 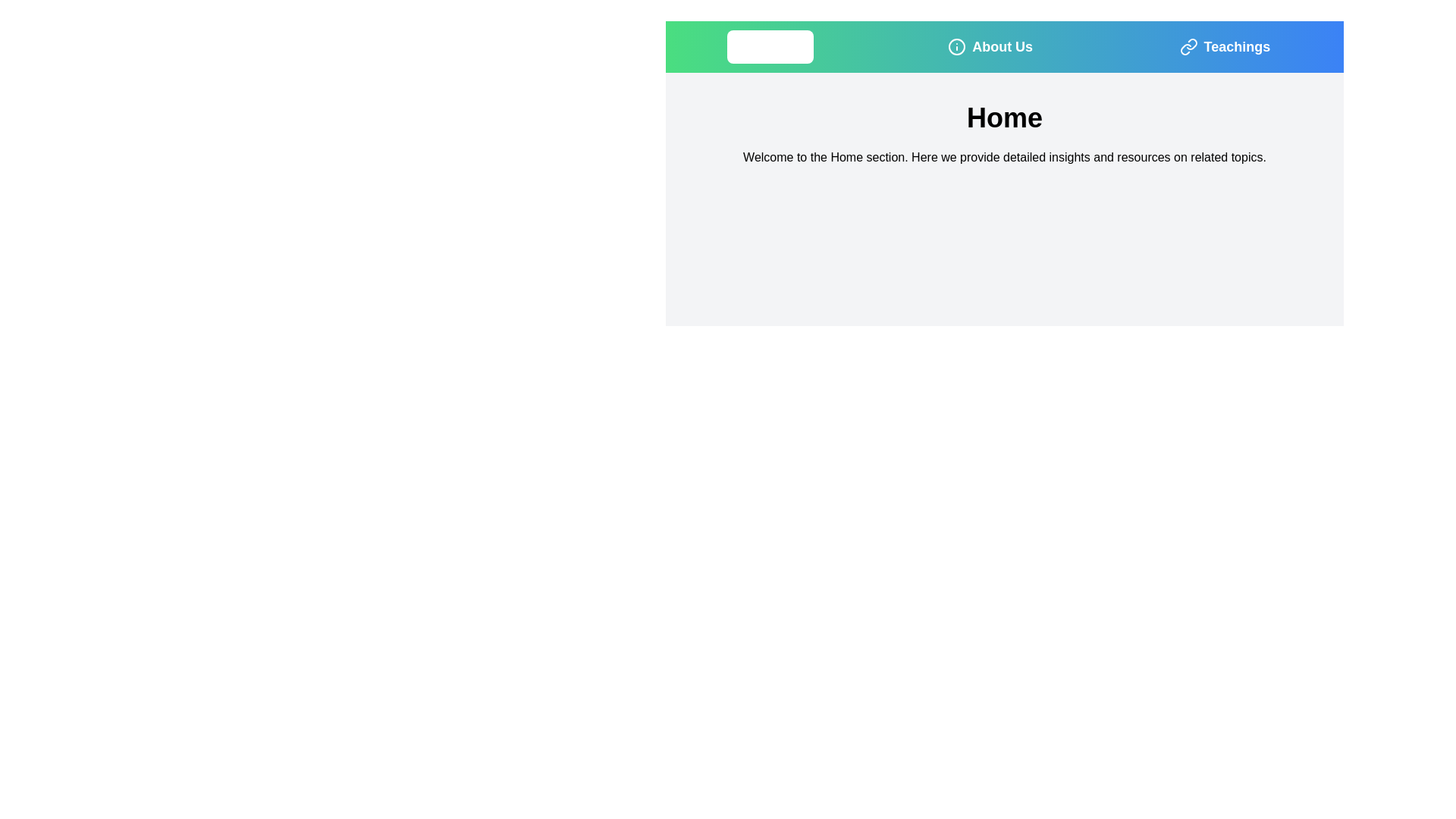 I want to click on the navigational link with an accompanying icon located in the center-right area of the top header bar, so click(x=990, y=45).